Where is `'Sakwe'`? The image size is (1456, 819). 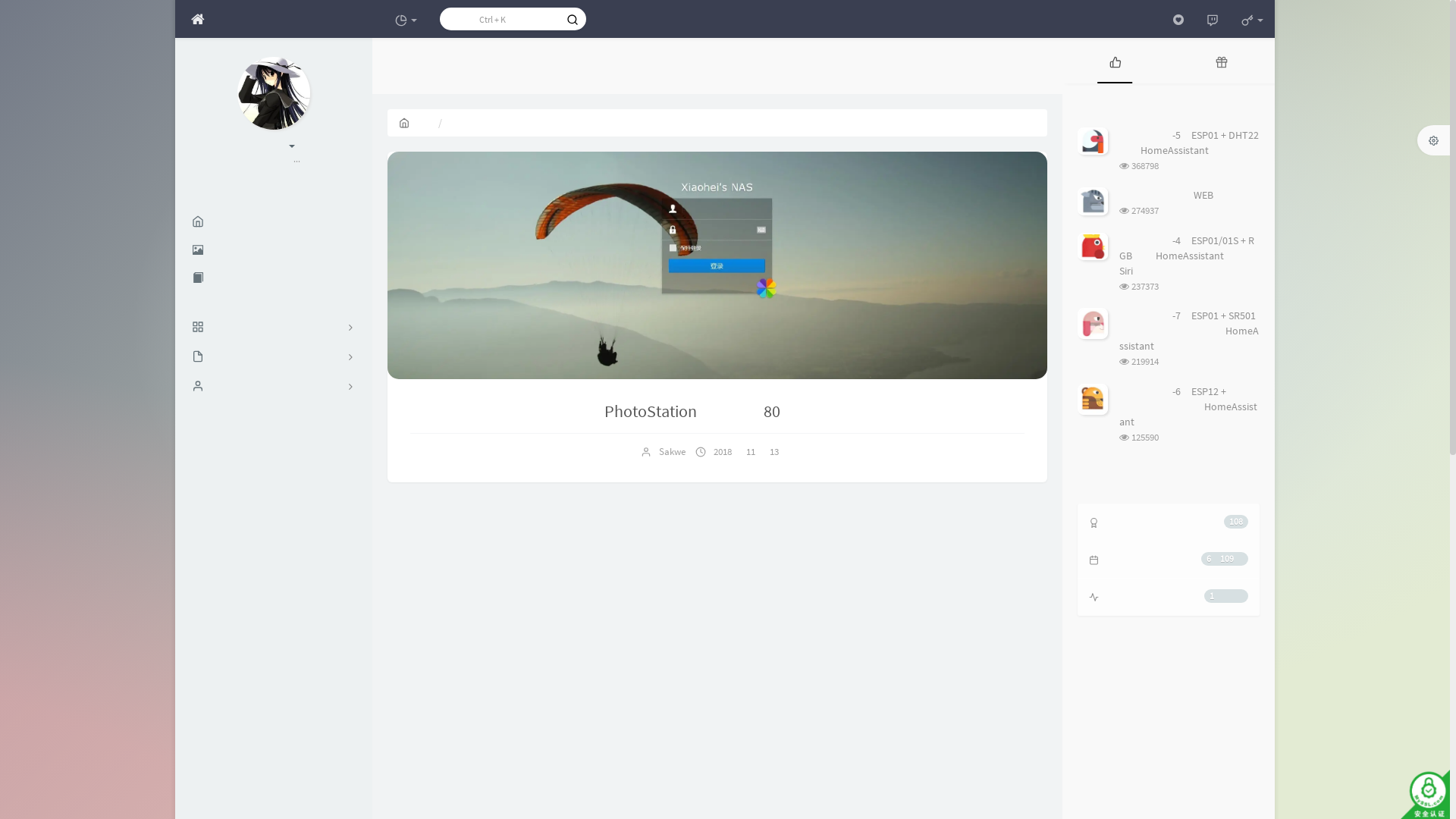 'Sakwe' is located at coordinates (670, 450).